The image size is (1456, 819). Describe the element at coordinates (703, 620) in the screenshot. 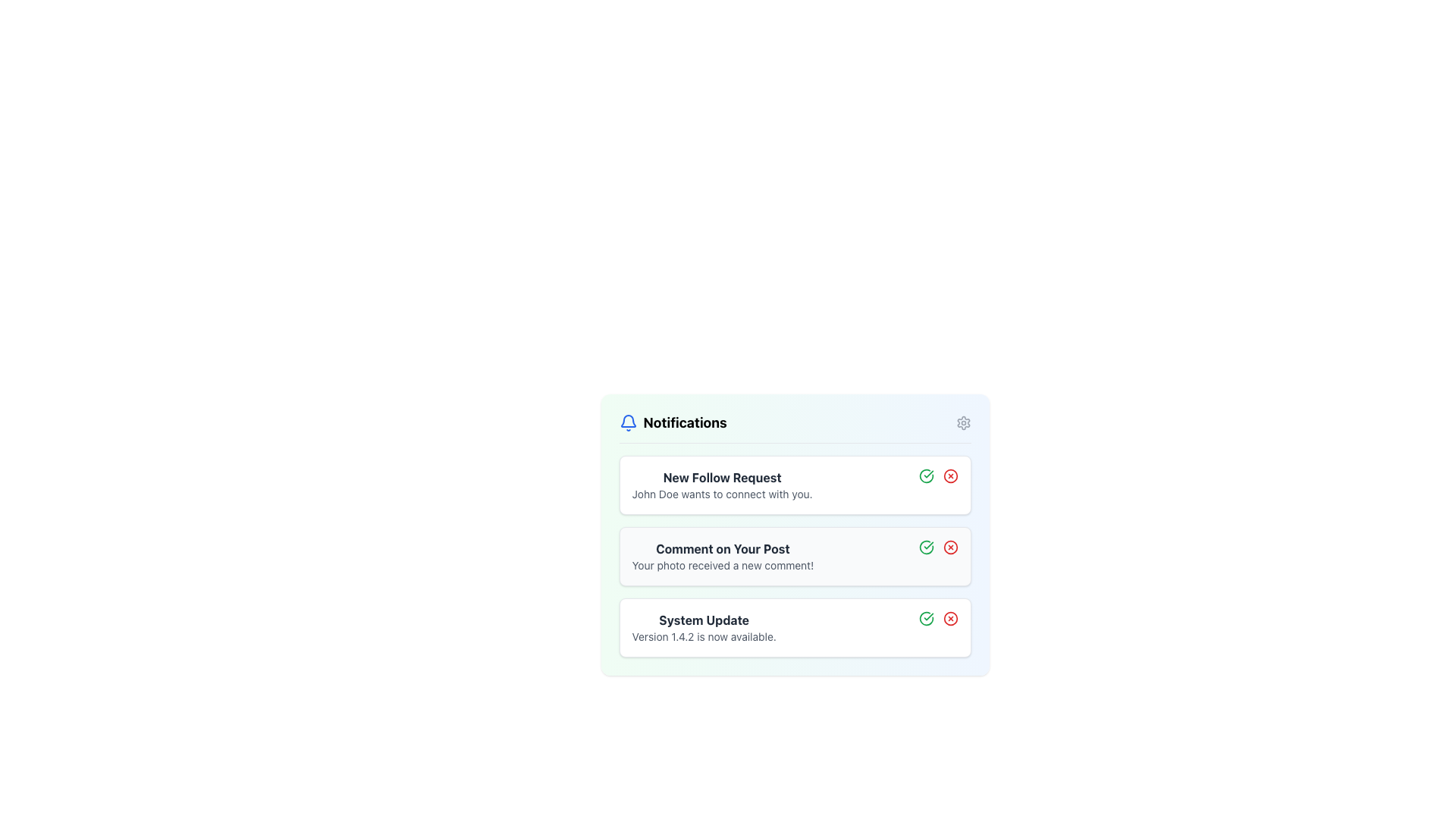

I see `the bold dark gray text label reading 'System Update', which is positioned at the top of a notification card` at that location.